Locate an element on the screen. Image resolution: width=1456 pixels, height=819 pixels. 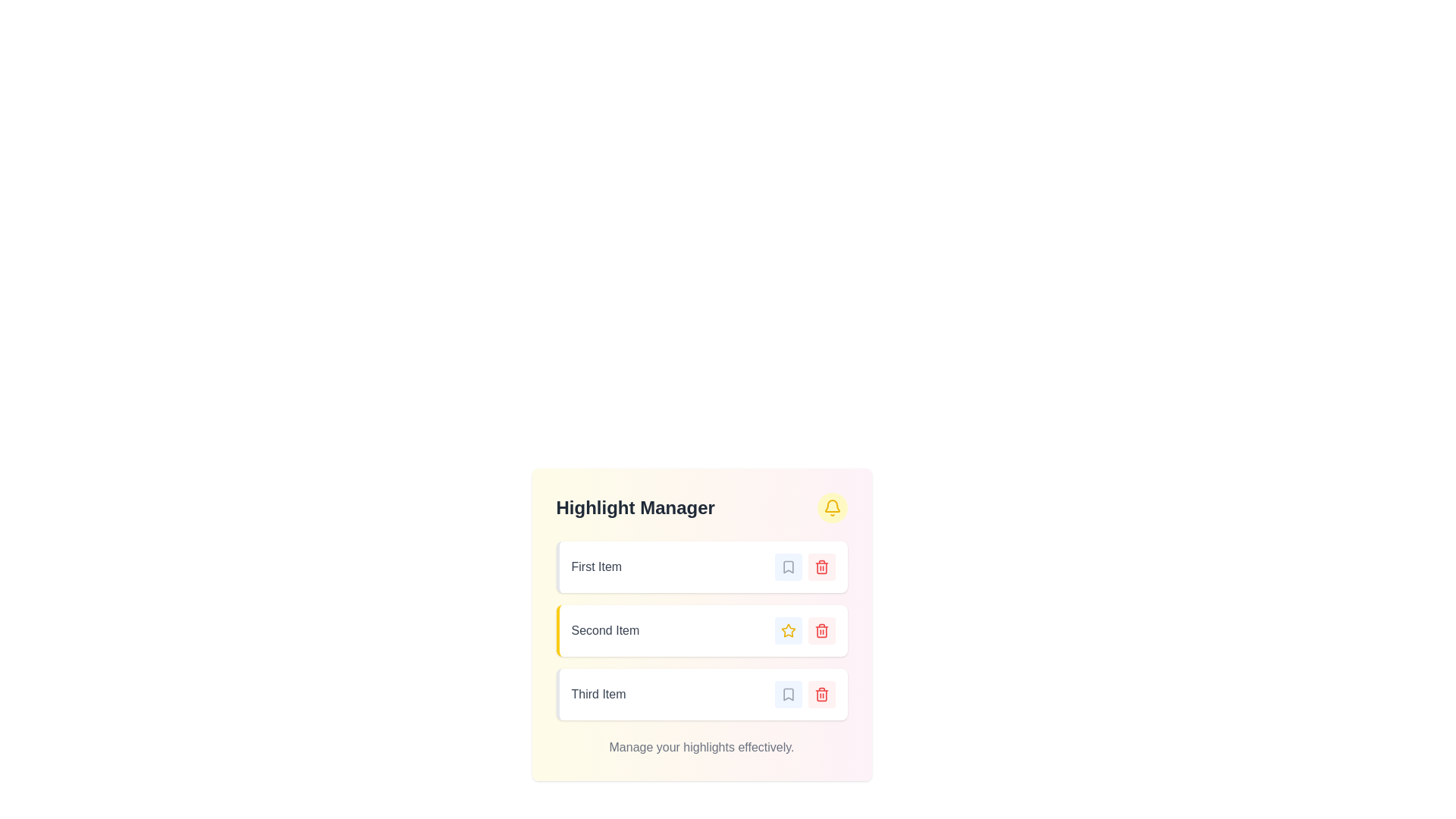
the first bookmark button located to the right of the text label 'First Item' and immediately before the red trash icon button is located at coordinates (788, 567).